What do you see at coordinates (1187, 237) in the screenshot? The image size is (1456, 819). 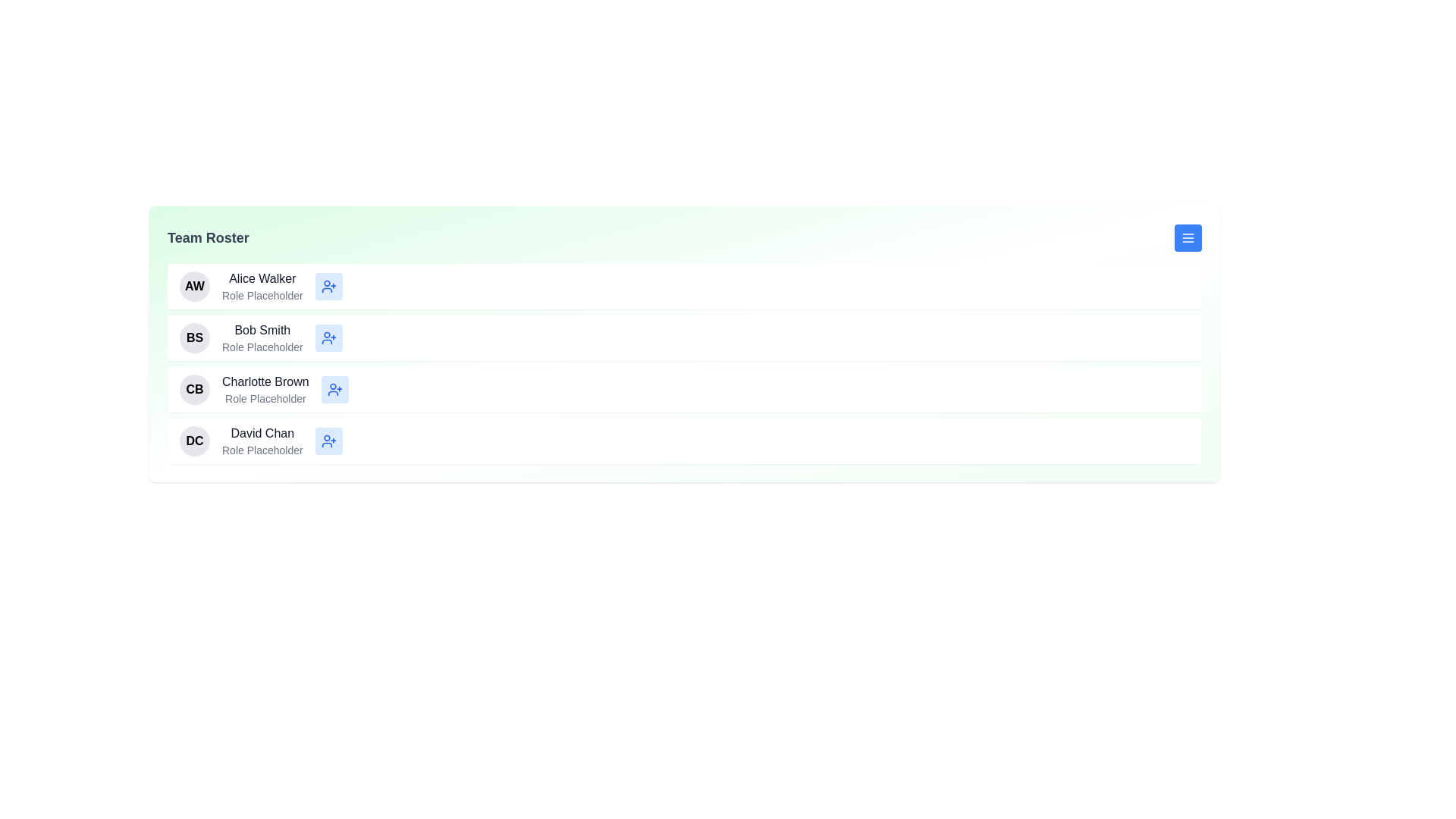 I see `the circular blue button with a white three-line menu icon, located at the far top-right corner of the 'Team Roster' header section` at bounding box center [1187, 237].